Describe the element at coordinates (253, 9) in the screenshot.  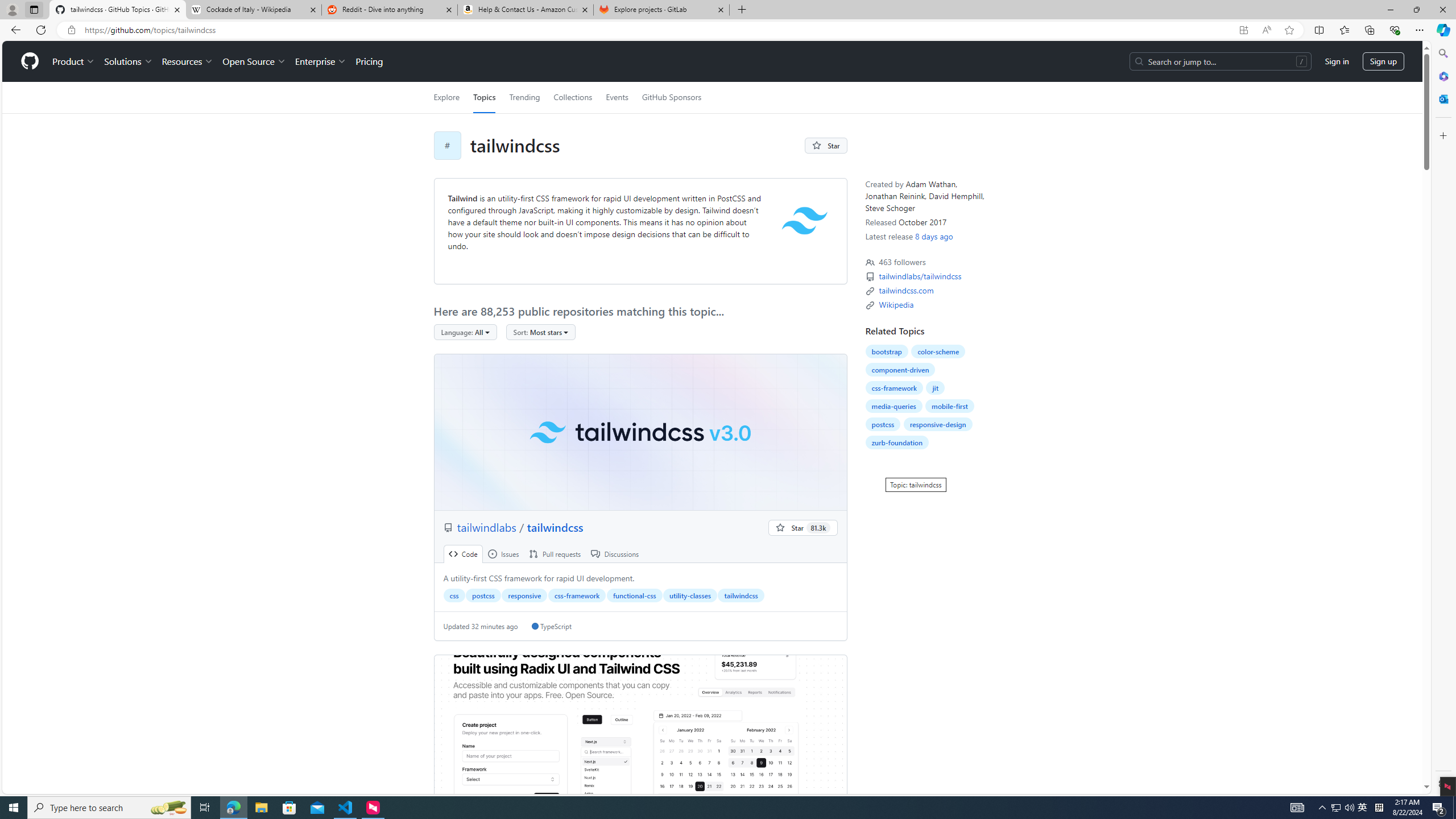
I see `'Cockade of Italy - Wikipedia'` at that location.